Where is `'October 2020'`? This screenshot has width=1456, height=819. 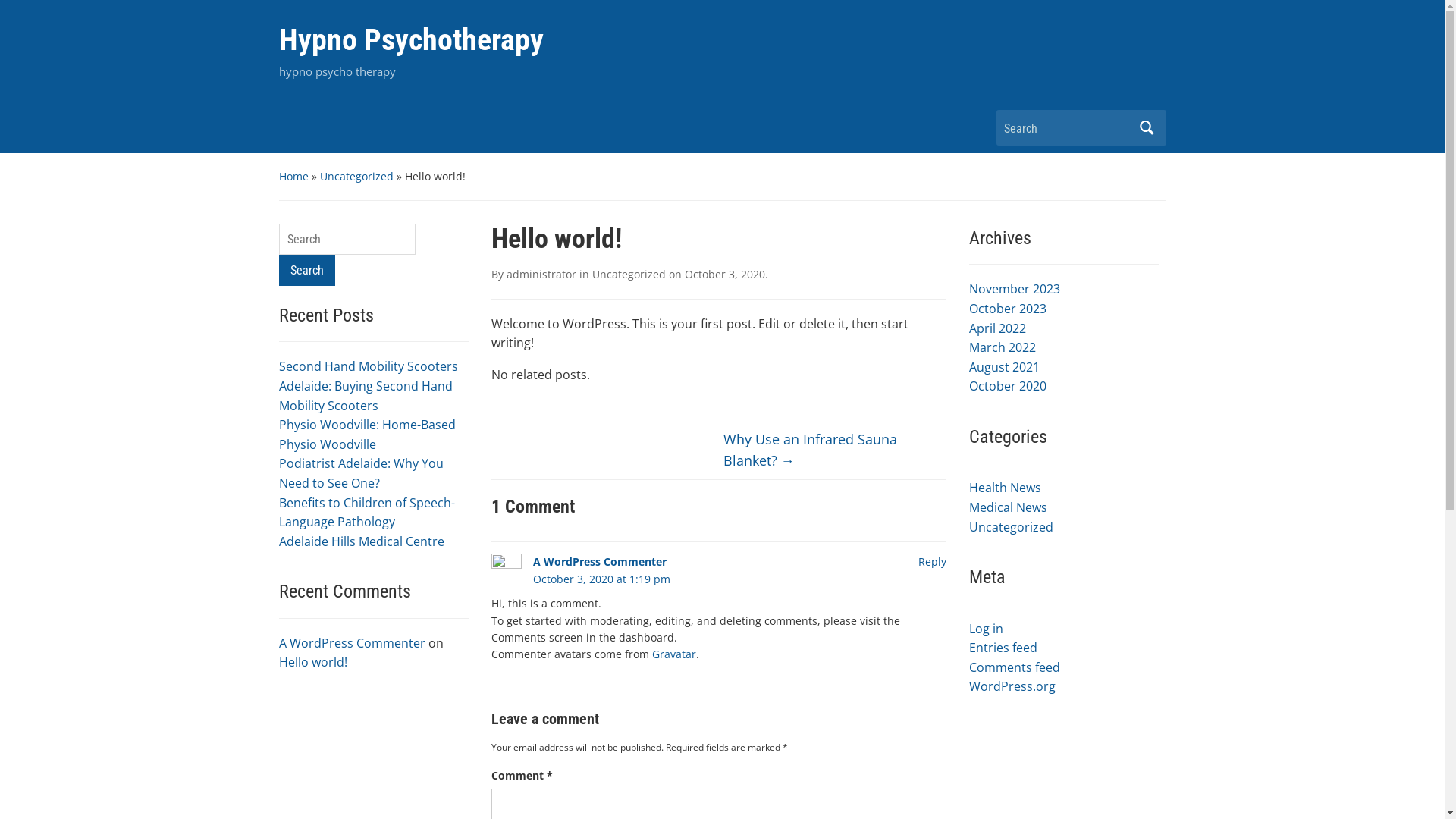
'October 2020' is located at coordinates (968, 385).